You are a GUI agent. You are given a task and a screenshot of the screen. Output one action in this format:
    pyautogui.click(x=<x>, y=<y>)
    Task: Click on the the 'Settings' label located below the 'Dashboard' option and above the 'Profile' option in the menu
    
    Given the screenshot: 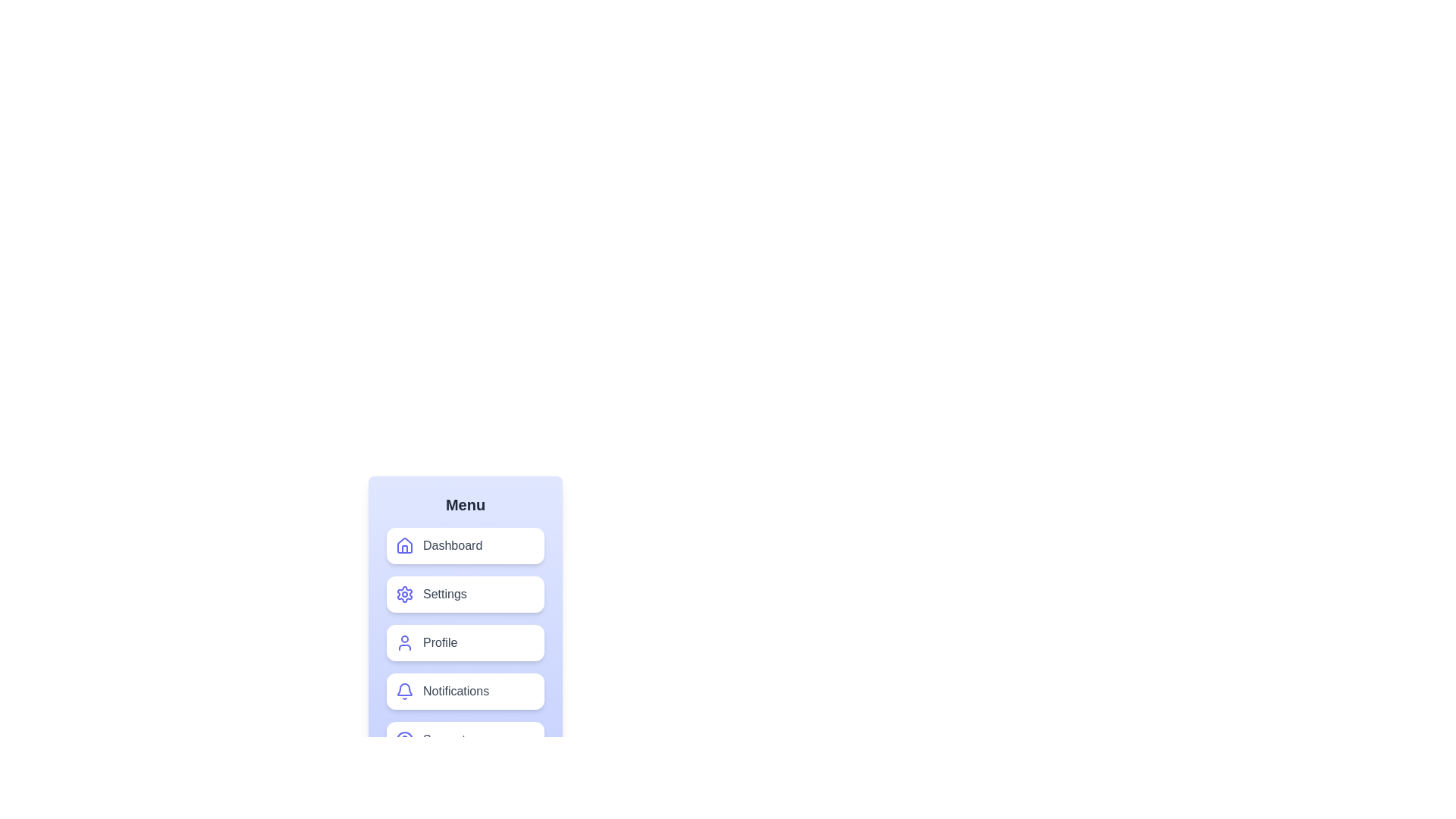 What is the action you would take?
    pyautogui.click(x=444, y=593)
    